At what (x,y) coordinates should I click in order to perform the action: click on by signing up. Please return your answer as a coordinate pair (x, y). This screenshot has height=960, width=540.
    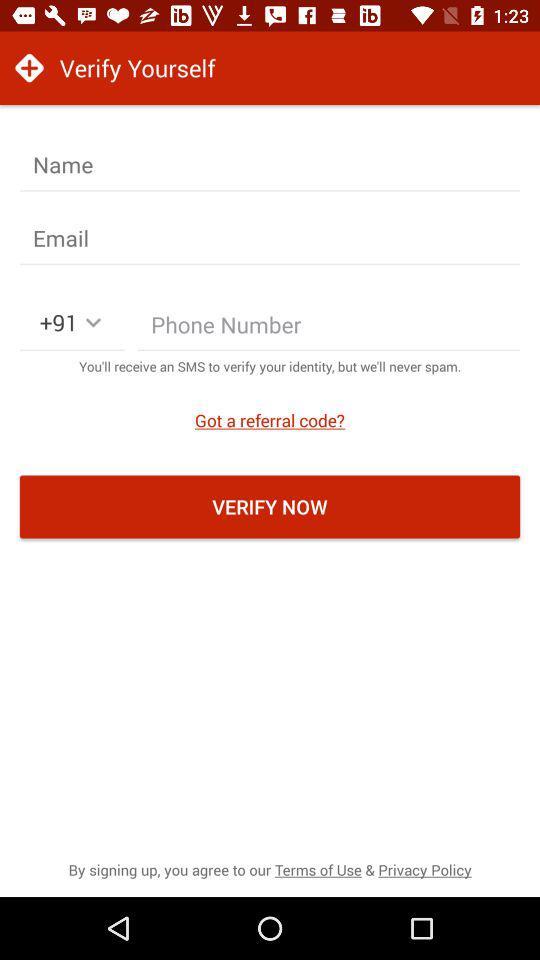
    Looking at the image, I should click on (270, 868).